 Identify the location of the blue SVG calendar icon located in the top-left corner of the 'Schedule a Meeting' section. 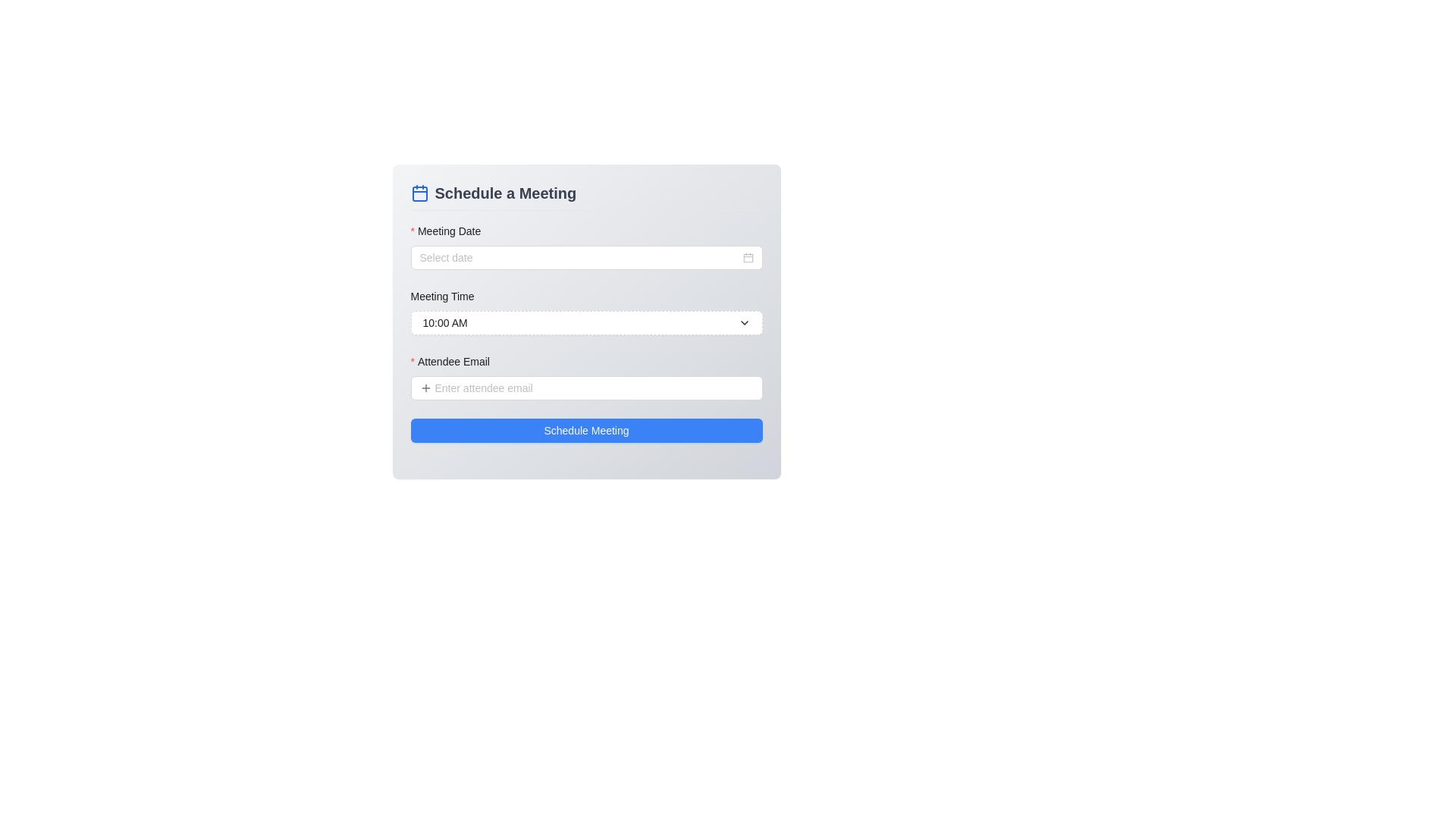
(419, 192).